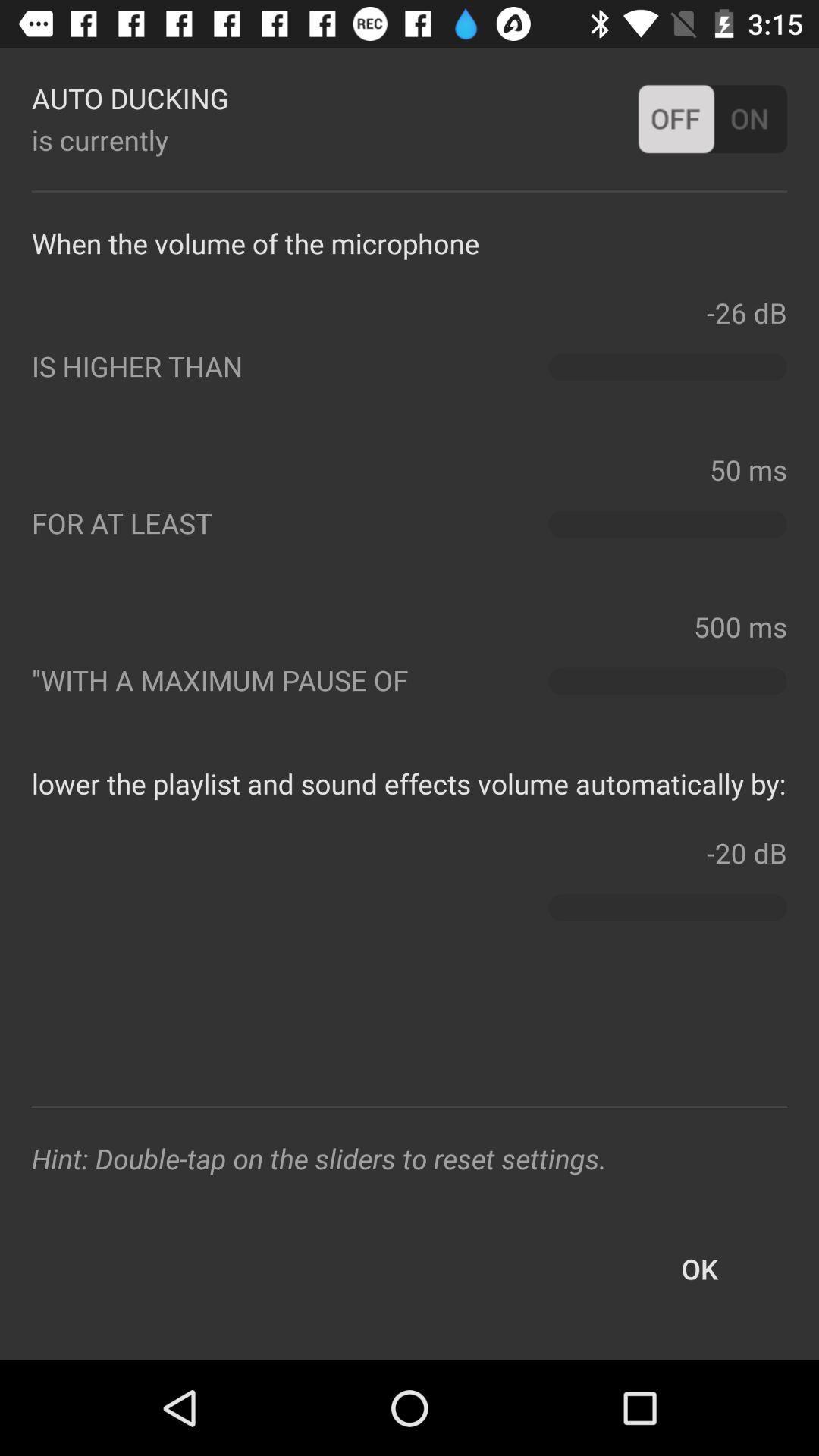 The height and width of the screenshot is (1456, 819). Describe the element at coordinates (712, 118) in the screenshot. I see `offon button at right side of auto ducking` at that location.